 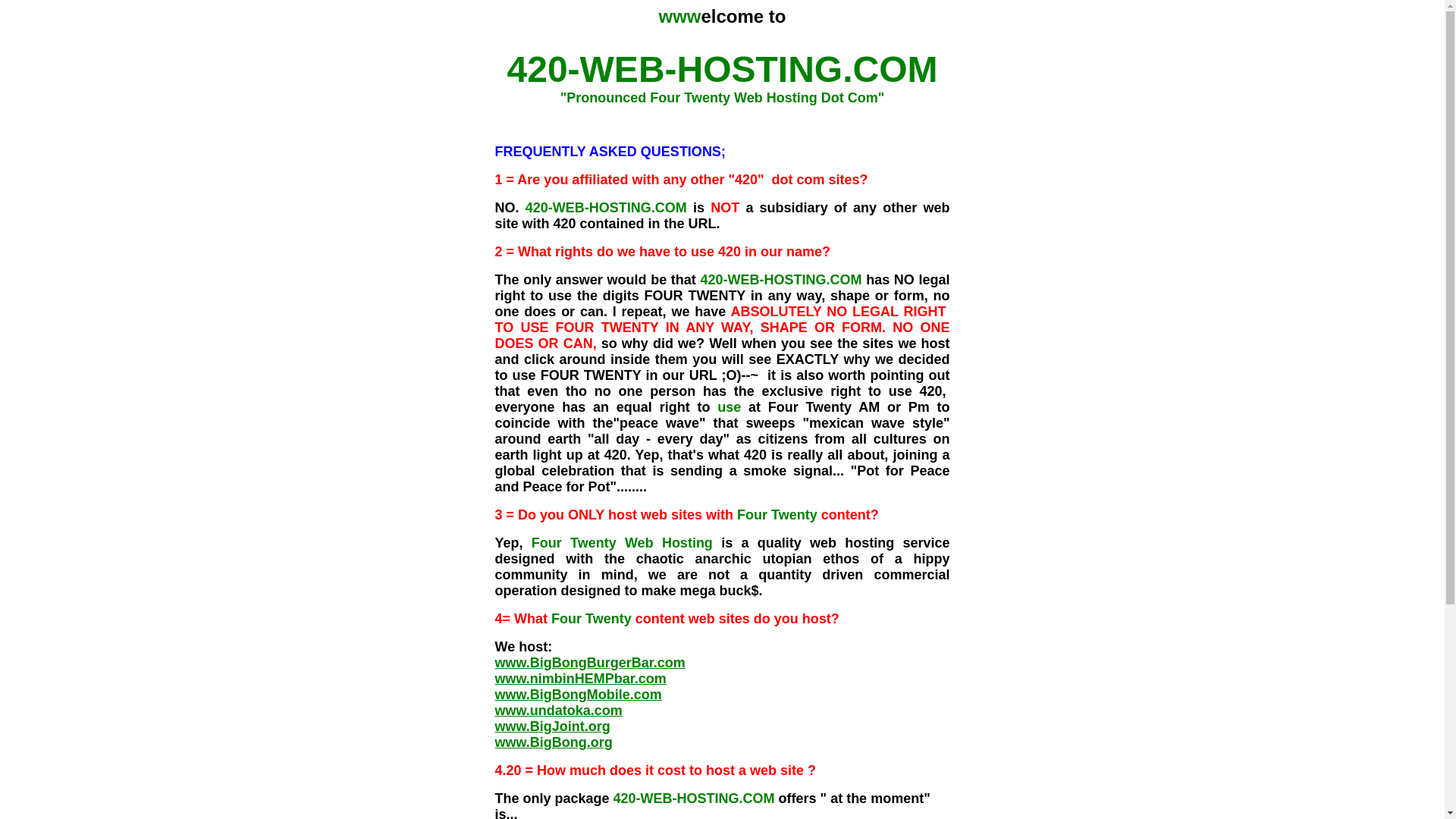 What do you see at coordinates (579, 677) in the screenshot?
I see `'www.nimbinHEMPbar.com'` at bounding box center [579, 677].